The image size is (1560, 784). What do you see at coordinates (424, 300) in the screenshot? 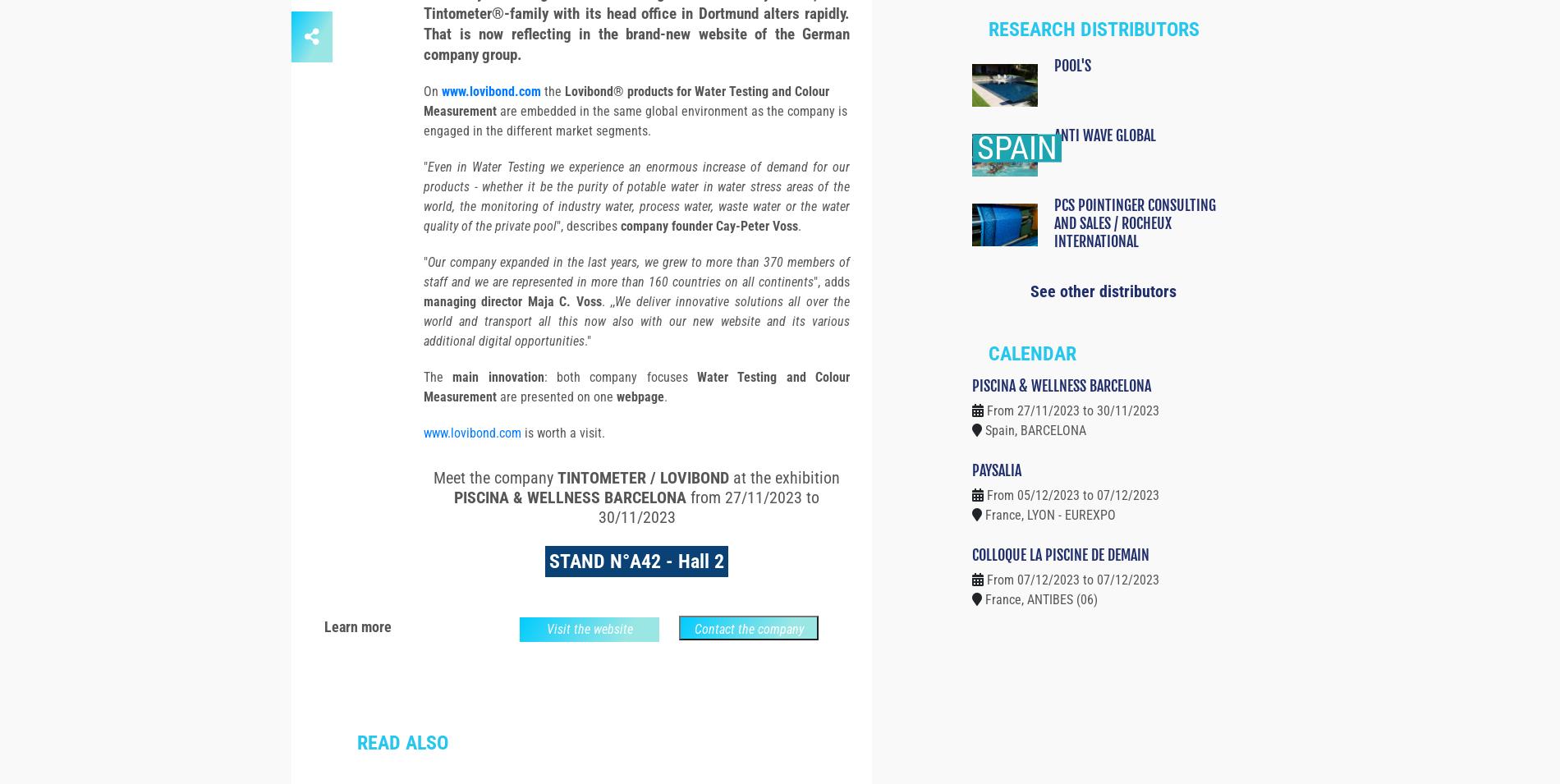
I see `'Our company expanded in the last years, we grew to more than 370 members of staff and we are represented in more than 160 countries on all continents'` at bounding box center [424, 300].